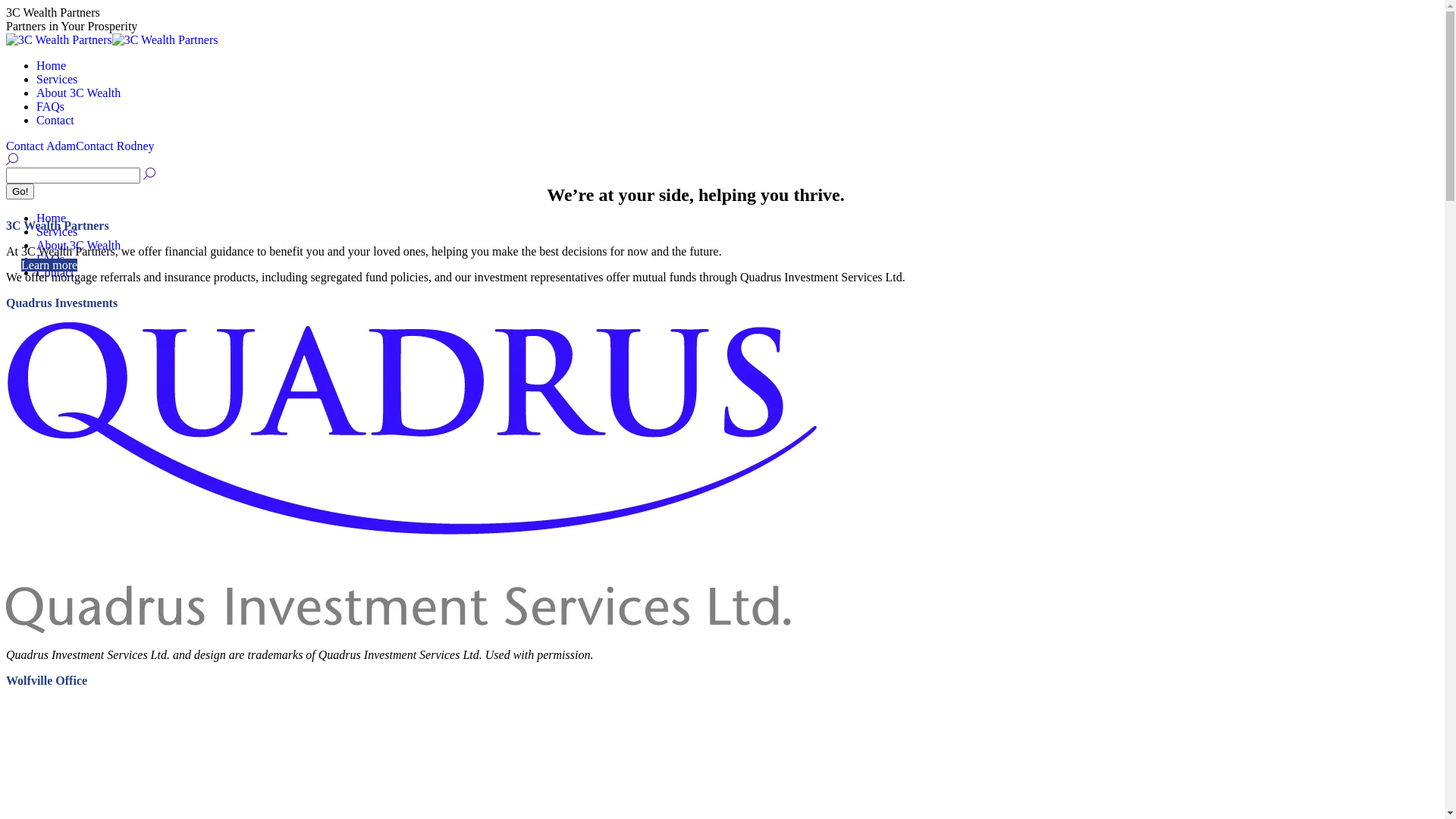 The image size is (1456, 819). What do you see at coordinates (55, 271) in the screenshot?
I see `'Contact'` at bounding box center [55, 271].